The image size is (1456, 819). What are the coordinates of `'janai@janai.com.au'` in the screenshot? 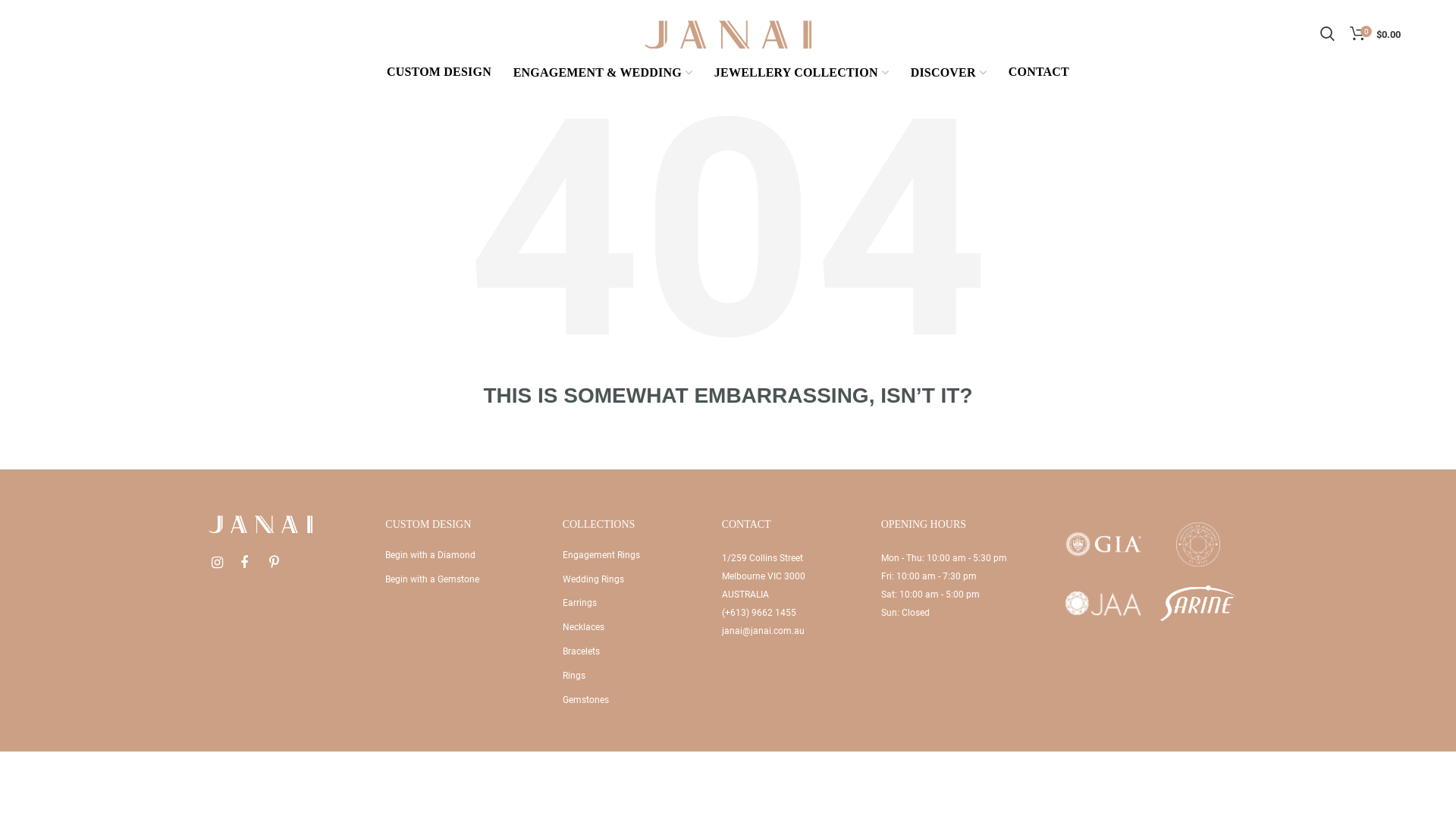 It's located at (720, 631).